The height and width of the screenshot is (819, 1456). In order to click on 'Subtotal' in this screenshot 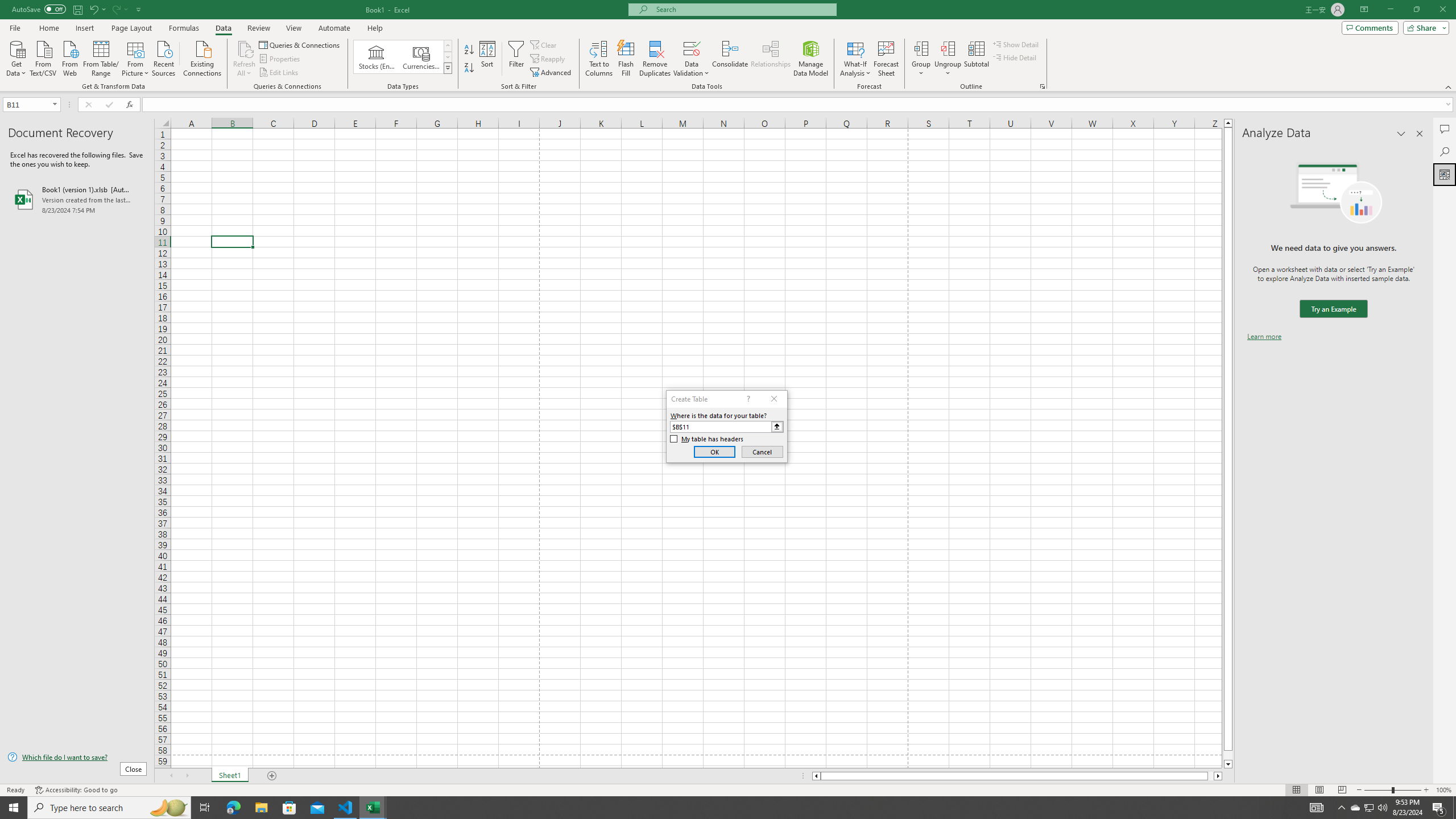, I will do `click(976, 59)`.